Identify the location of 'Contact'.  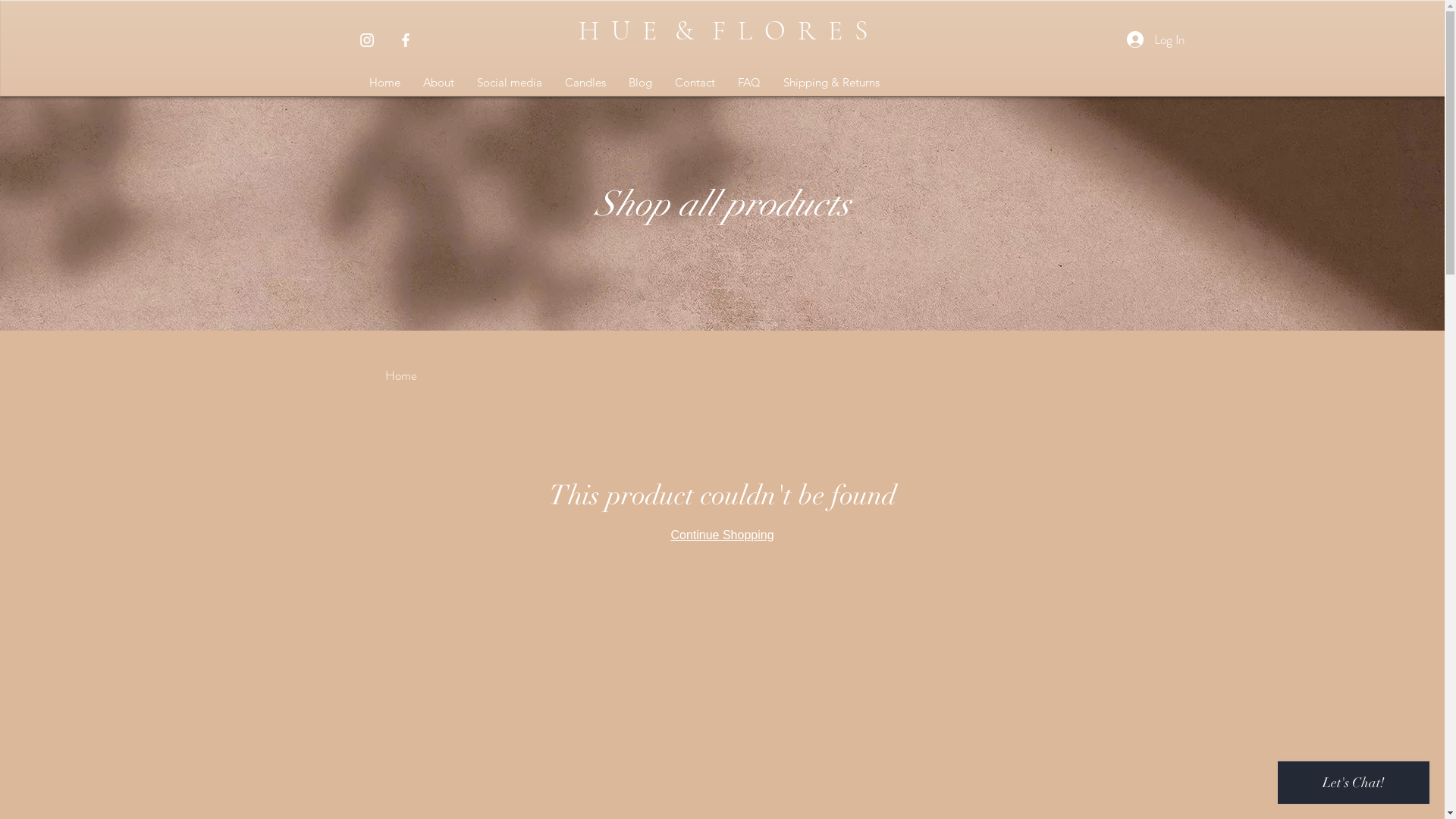
(693, 82).